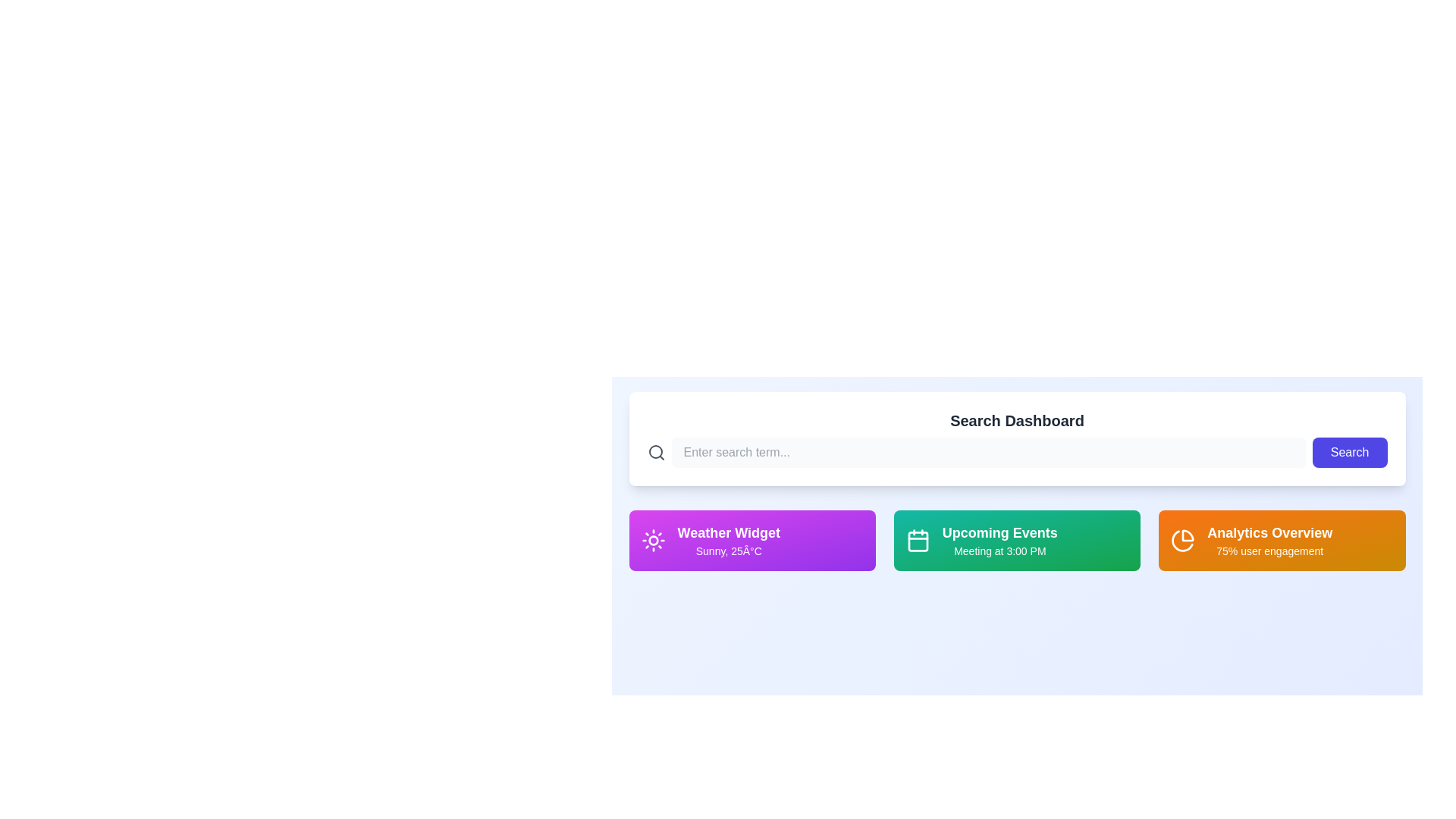  Describe the element at coordinates (1281, 540) in the screenshot. I see `text from the 'Analytics Overview' information card, which features a gradient background and includes the title in white text and a subtitle indicating '75% user engagement'` at that location.